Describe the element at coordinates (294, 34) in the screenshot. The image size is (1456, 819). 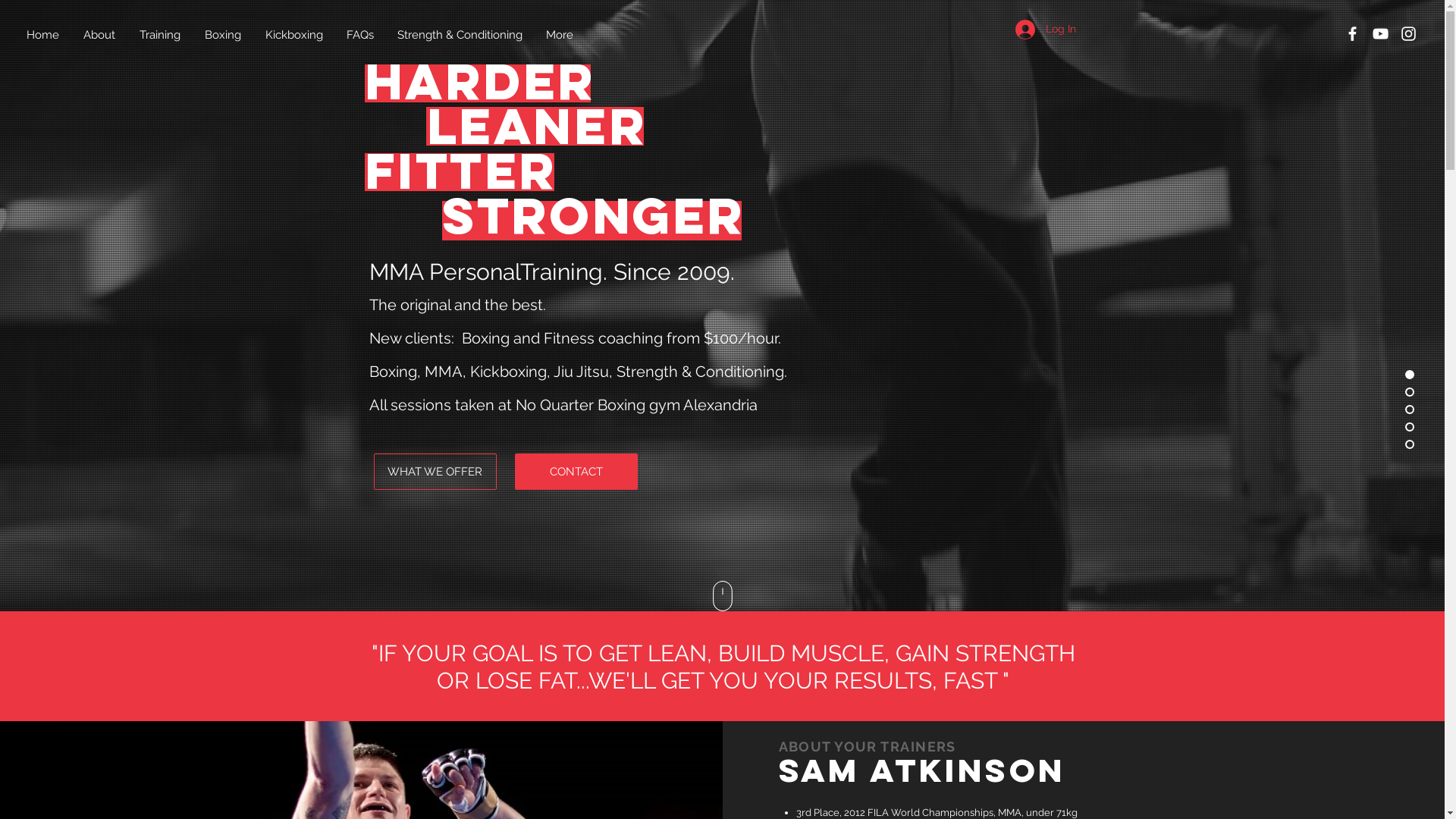
I see `'Kickboxing'` at that location.